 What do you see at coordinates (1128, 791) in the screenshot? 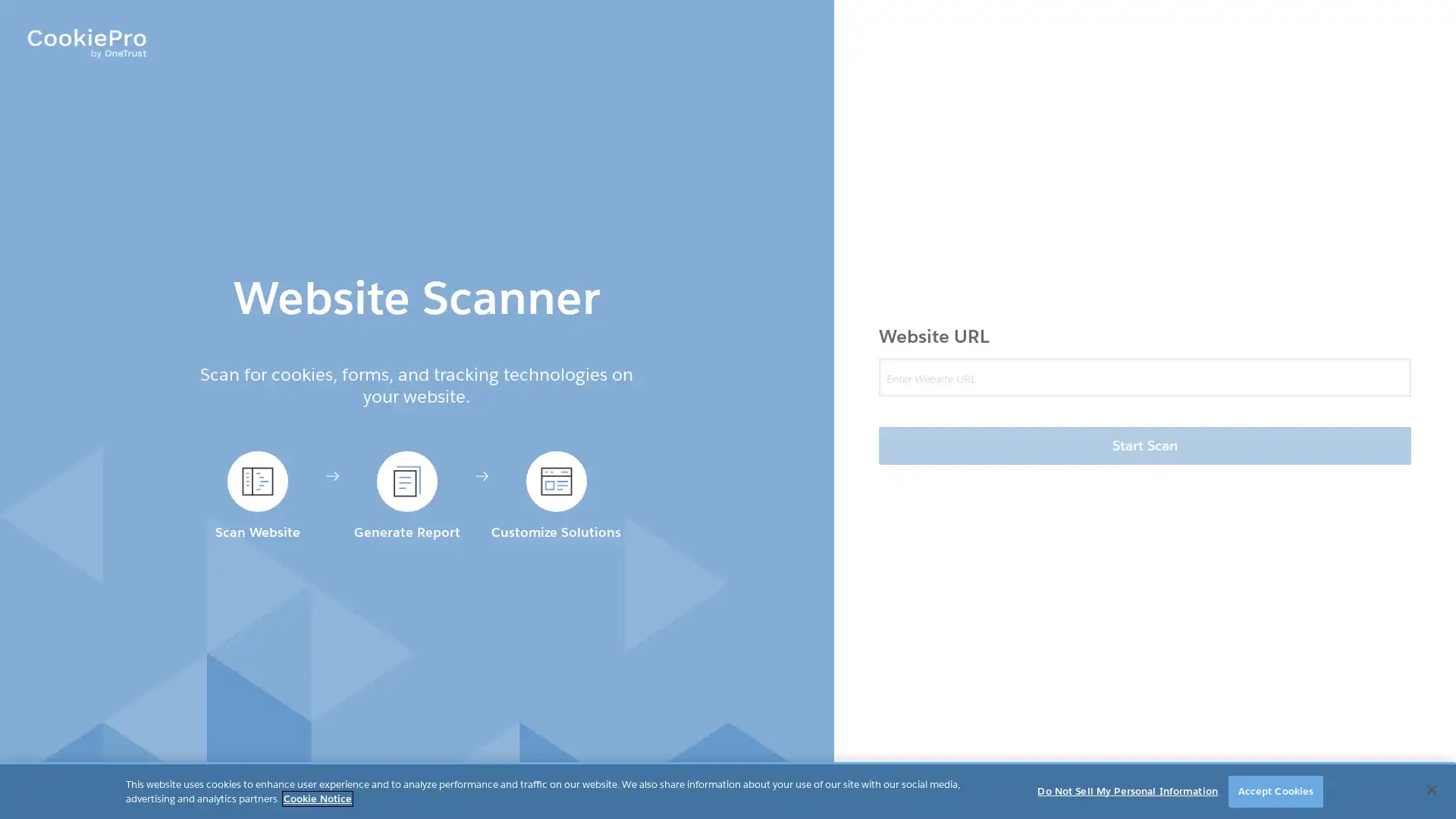
I see `Do Not Sell My Personal Information` at bounding box center [1128, 791].